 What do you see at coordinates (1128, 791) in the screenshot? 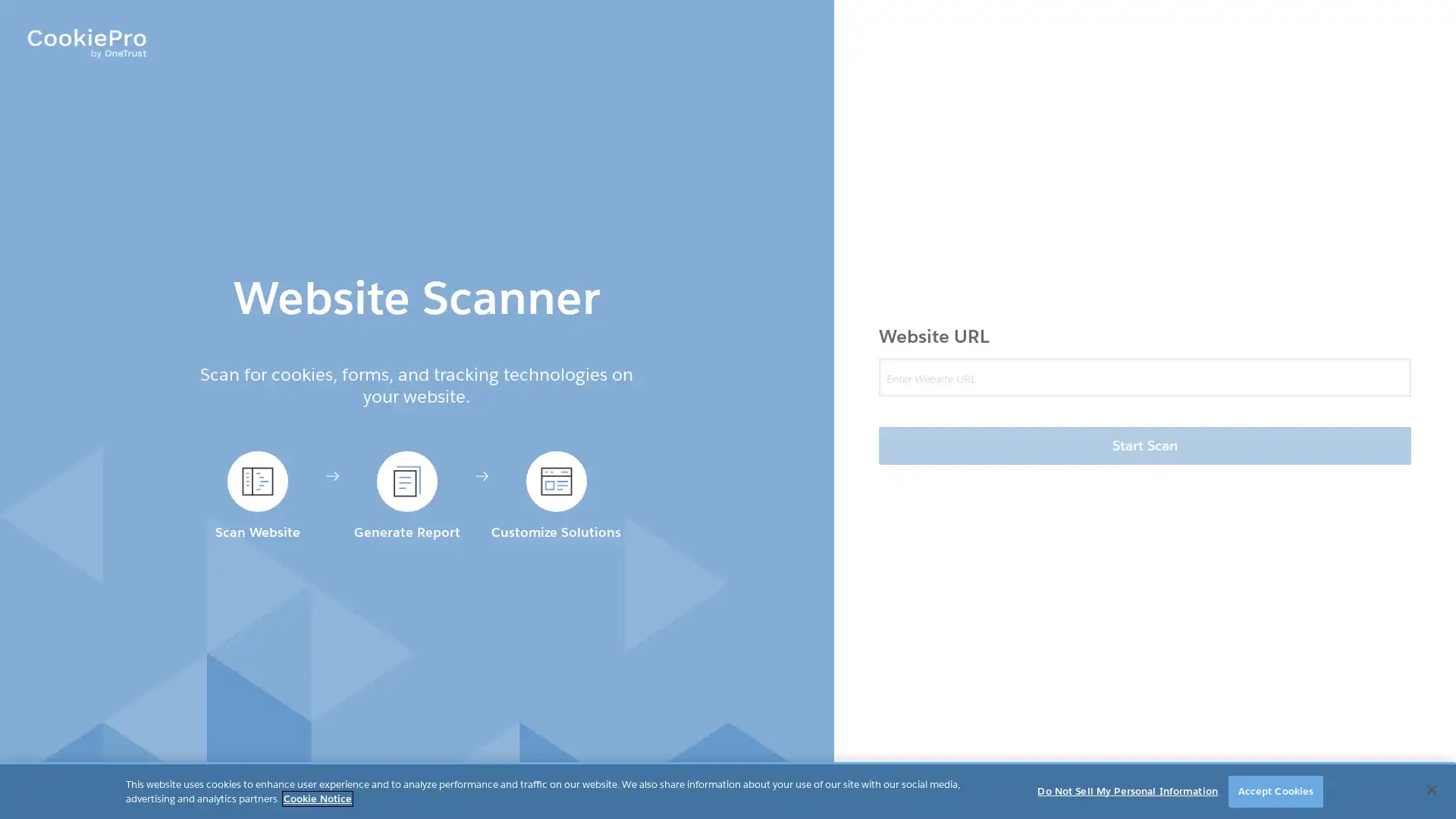
I see `Do Not Sell My Personal Information` at bounding box center [1128, 791].